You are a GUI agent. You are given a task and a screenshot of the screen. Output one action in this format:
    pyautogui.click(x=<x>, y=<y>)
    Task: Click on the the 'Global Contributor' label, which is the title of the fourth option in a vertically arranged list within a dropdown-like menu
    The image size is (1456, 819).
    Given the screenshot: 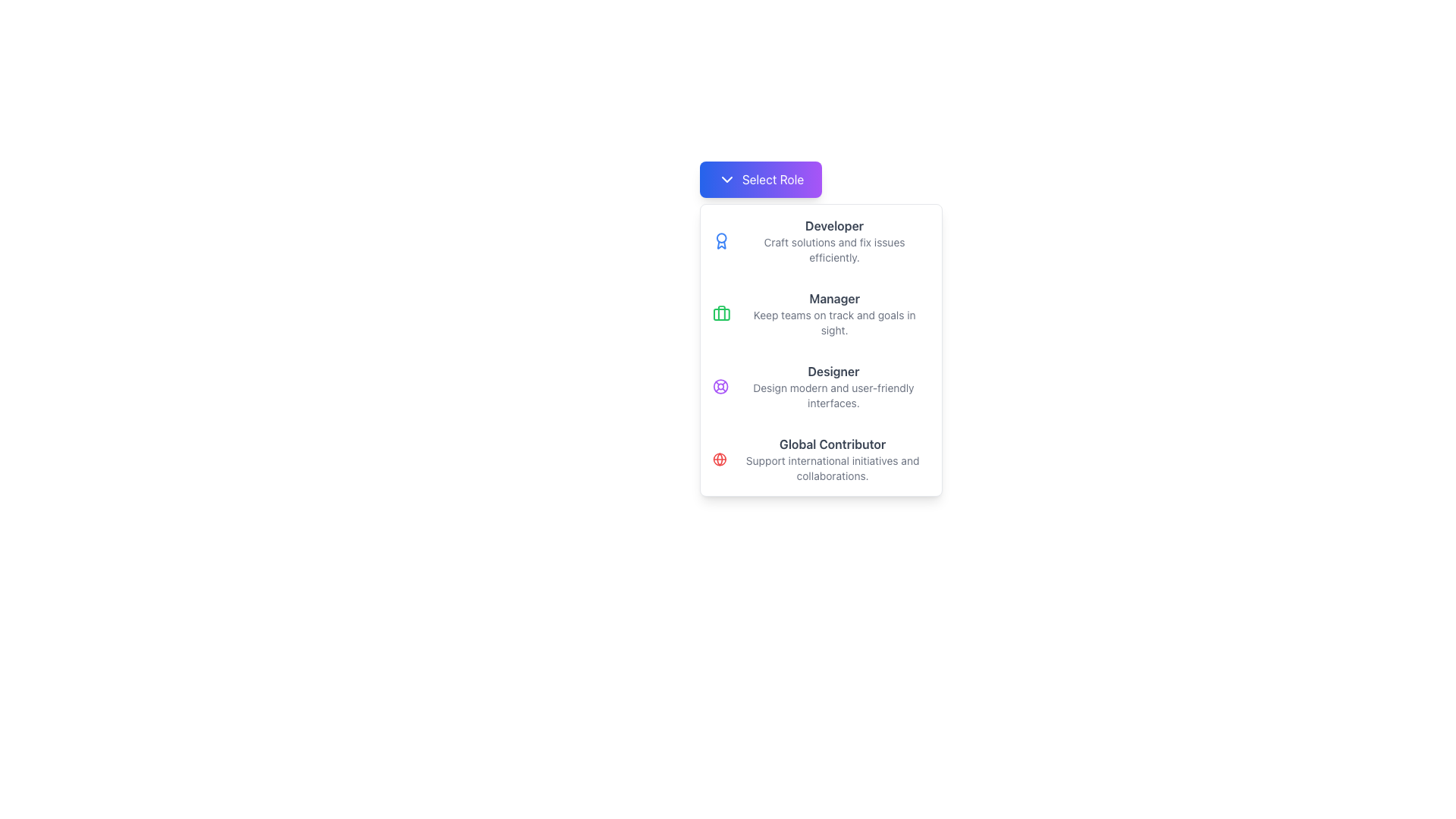 What is the action you would take?
    pyautogui.click(x=832, y=444)
    